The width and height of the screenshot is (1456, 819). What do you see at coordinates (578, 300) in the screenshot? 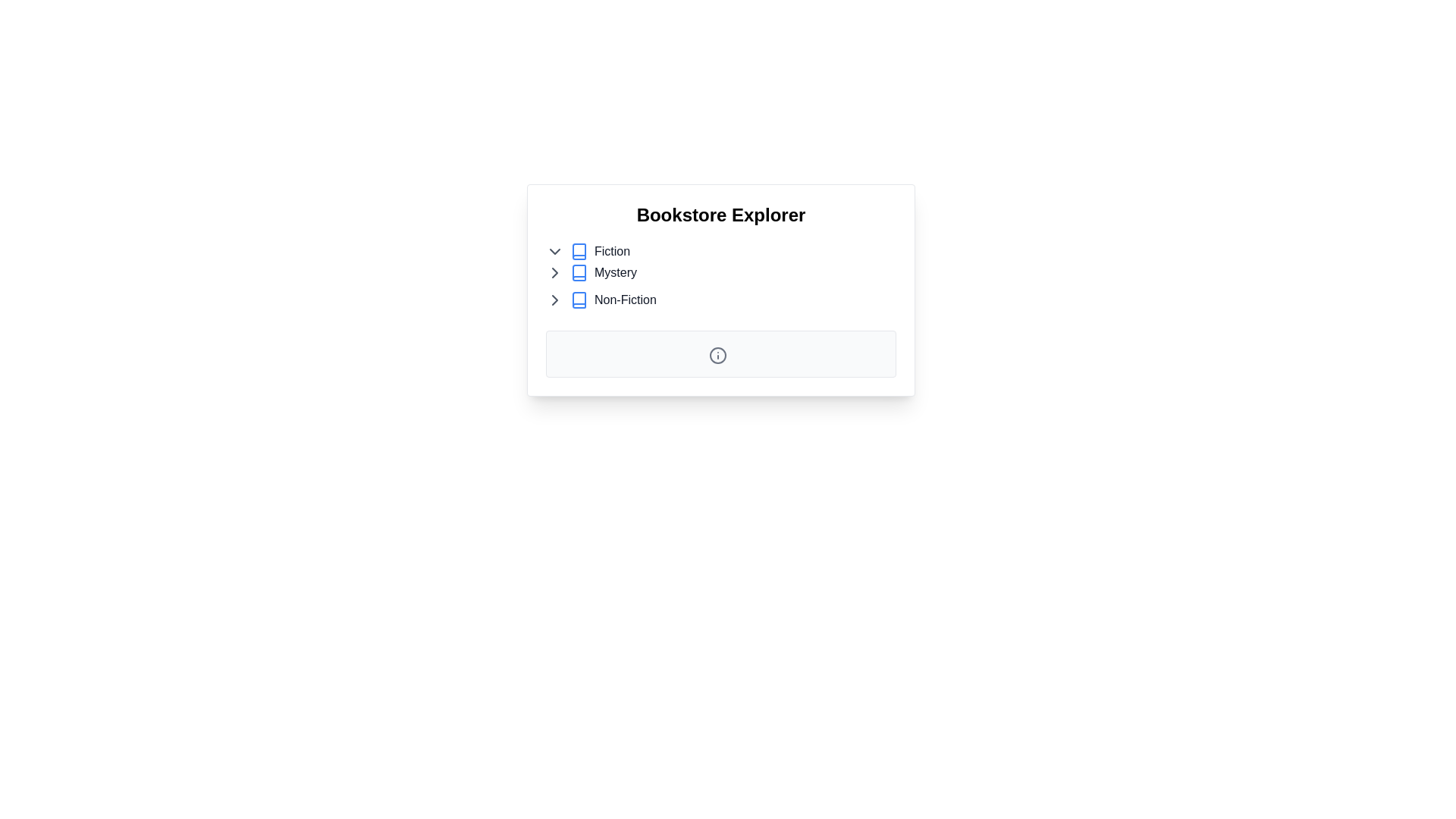
I see `the small blue book icon located to the left of the text 'Non-Fiction', which is styled in simple line art and associated with reading` at bounding box center [578, 300].